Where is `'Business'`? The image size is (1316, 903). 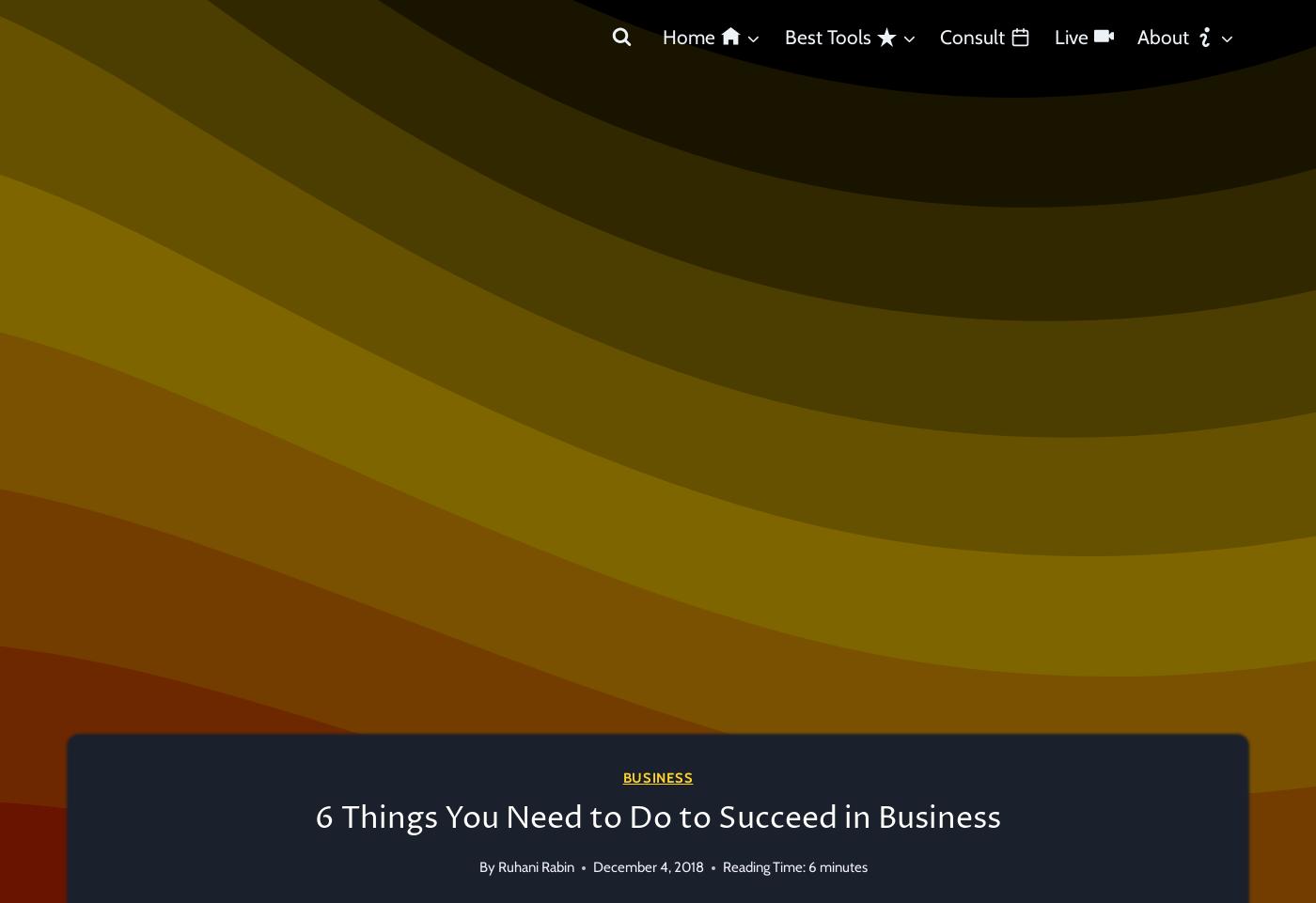 'Business' is located at coordinates (657, 777).